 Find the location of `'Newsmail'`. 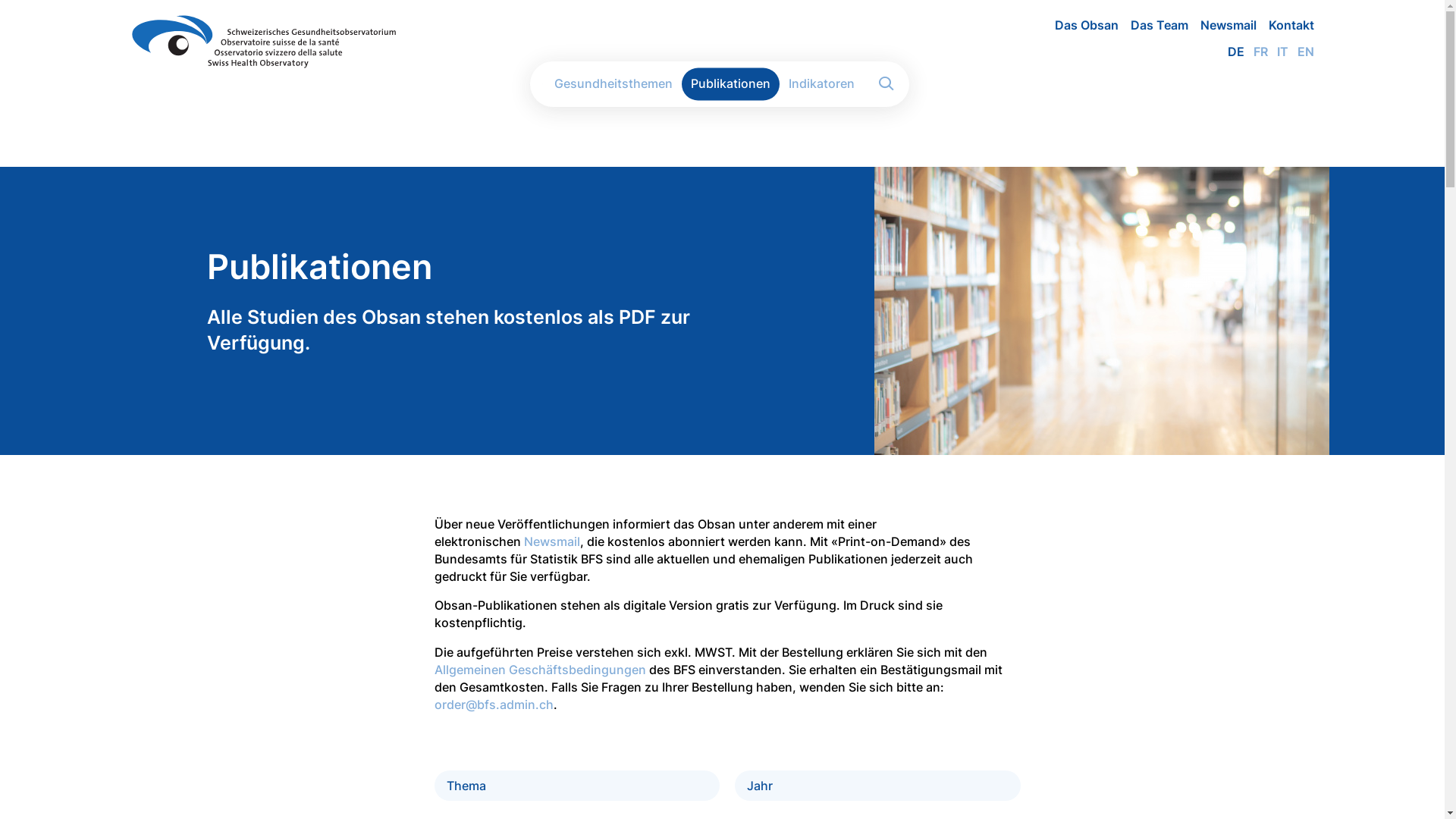

'Newsmail' is located at coordinates (1222, 25).